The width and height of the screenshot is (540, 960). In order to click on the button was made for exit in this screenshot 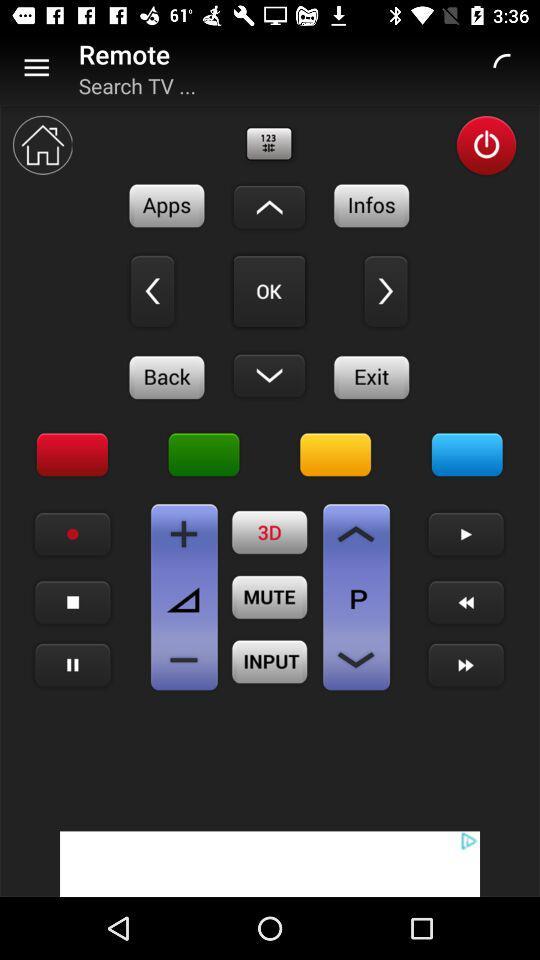, I will do `click(372, 376)`.